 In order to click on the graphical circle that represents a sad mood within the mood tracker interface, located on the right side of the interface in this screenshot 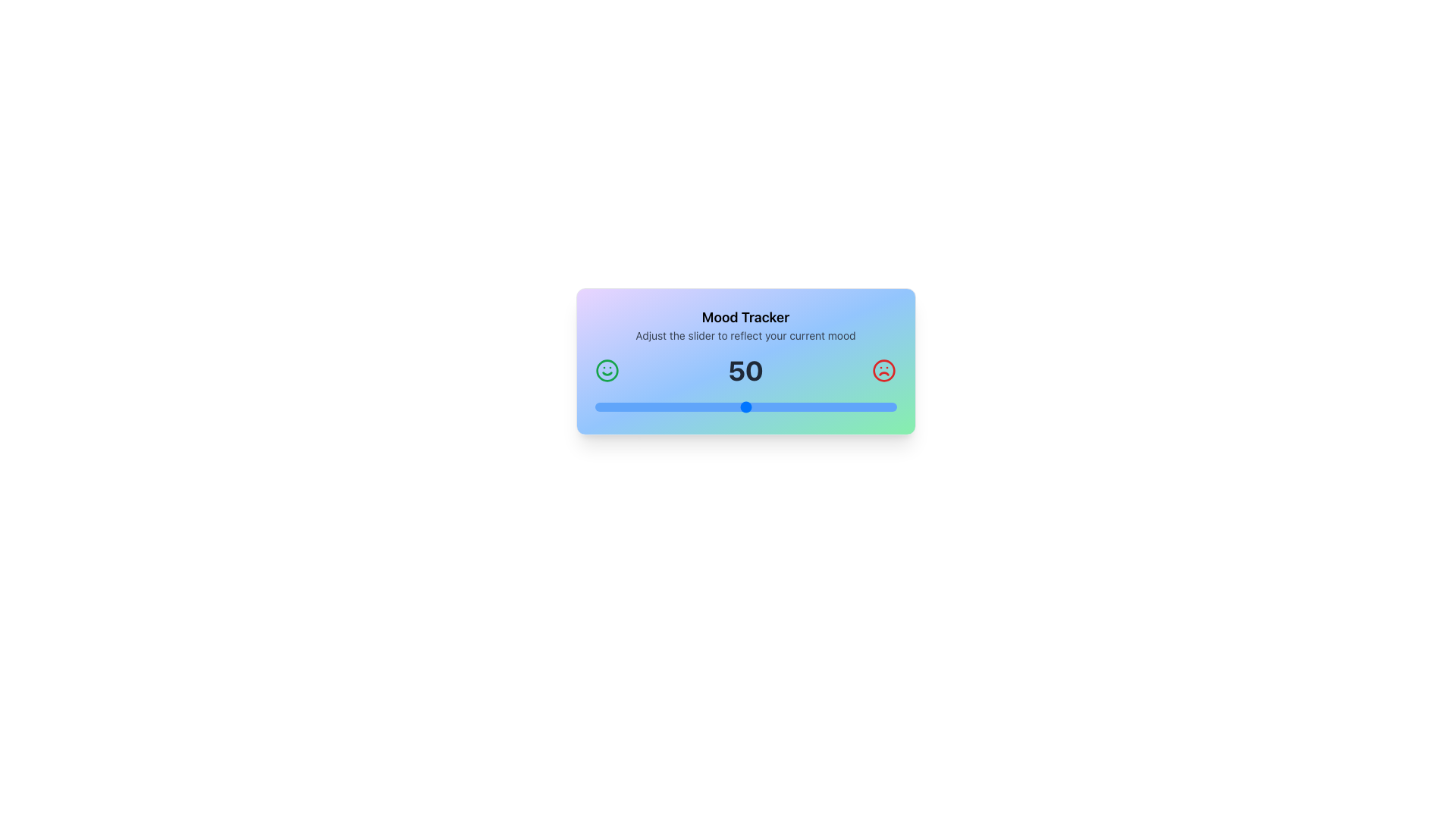, I will do `click(884, 371)`.